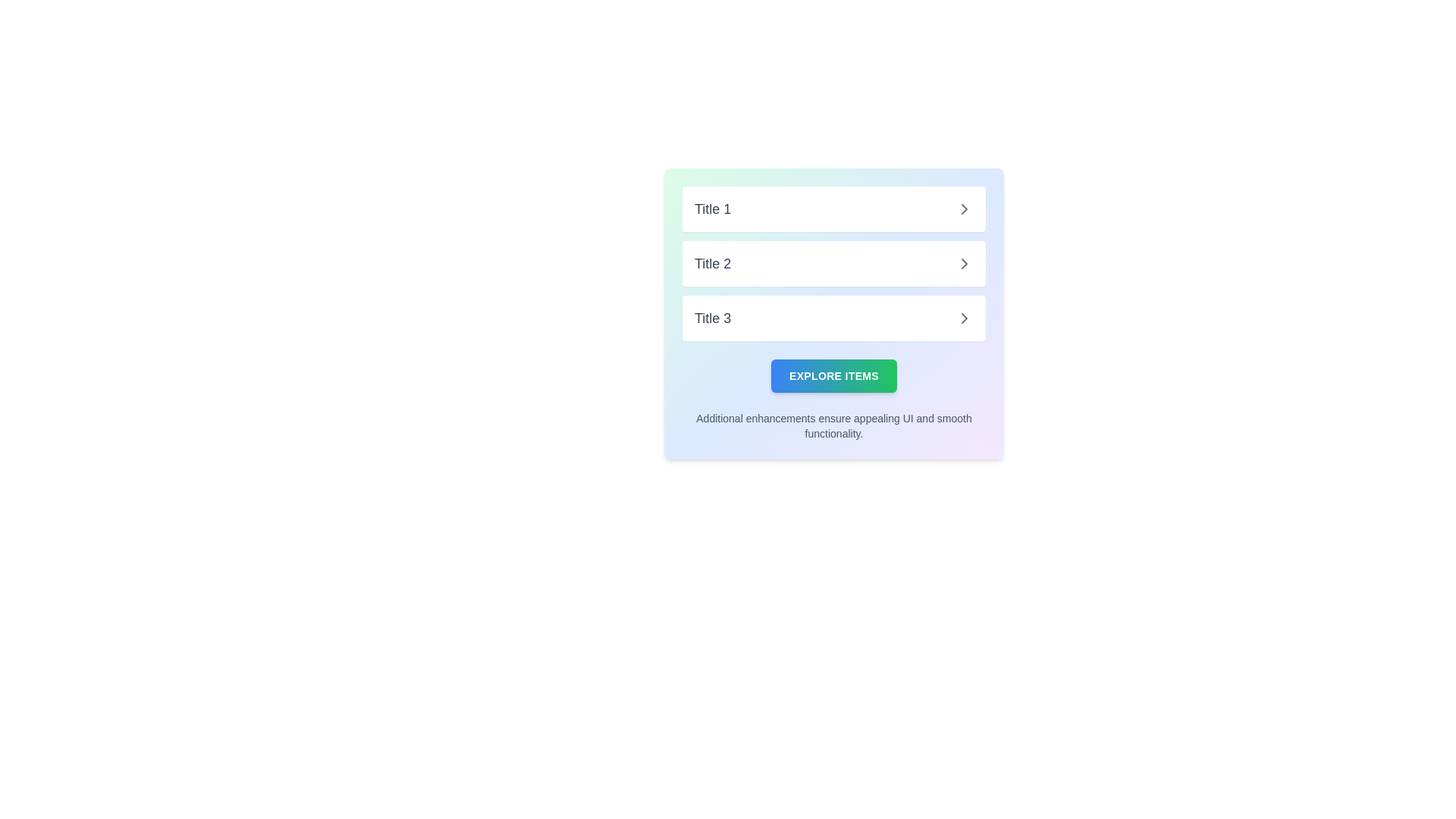 This screenshot has height=819, width=1456. Describe the element at coordinates (964, 209) in the screenshot. I see `the Chevron Icon located on the right-hand side of the rectangular box labeled 'Title 1'` at that location.